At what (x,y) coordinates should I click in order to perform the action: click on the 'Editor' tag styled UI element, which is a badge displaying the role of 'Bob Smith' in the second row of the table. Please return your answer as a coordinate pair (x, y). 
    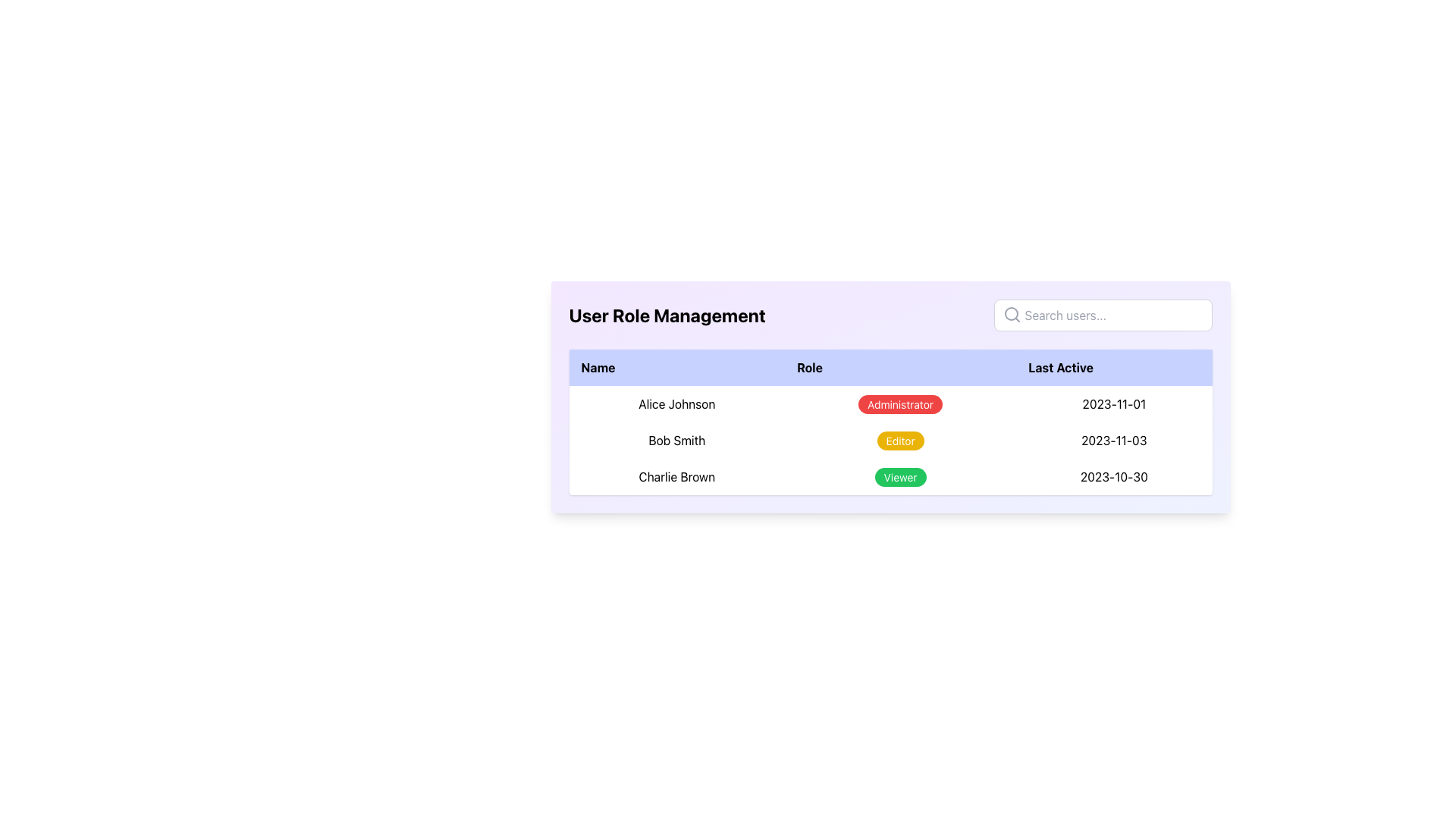
    Looking at the image, I should click on (900, 441).